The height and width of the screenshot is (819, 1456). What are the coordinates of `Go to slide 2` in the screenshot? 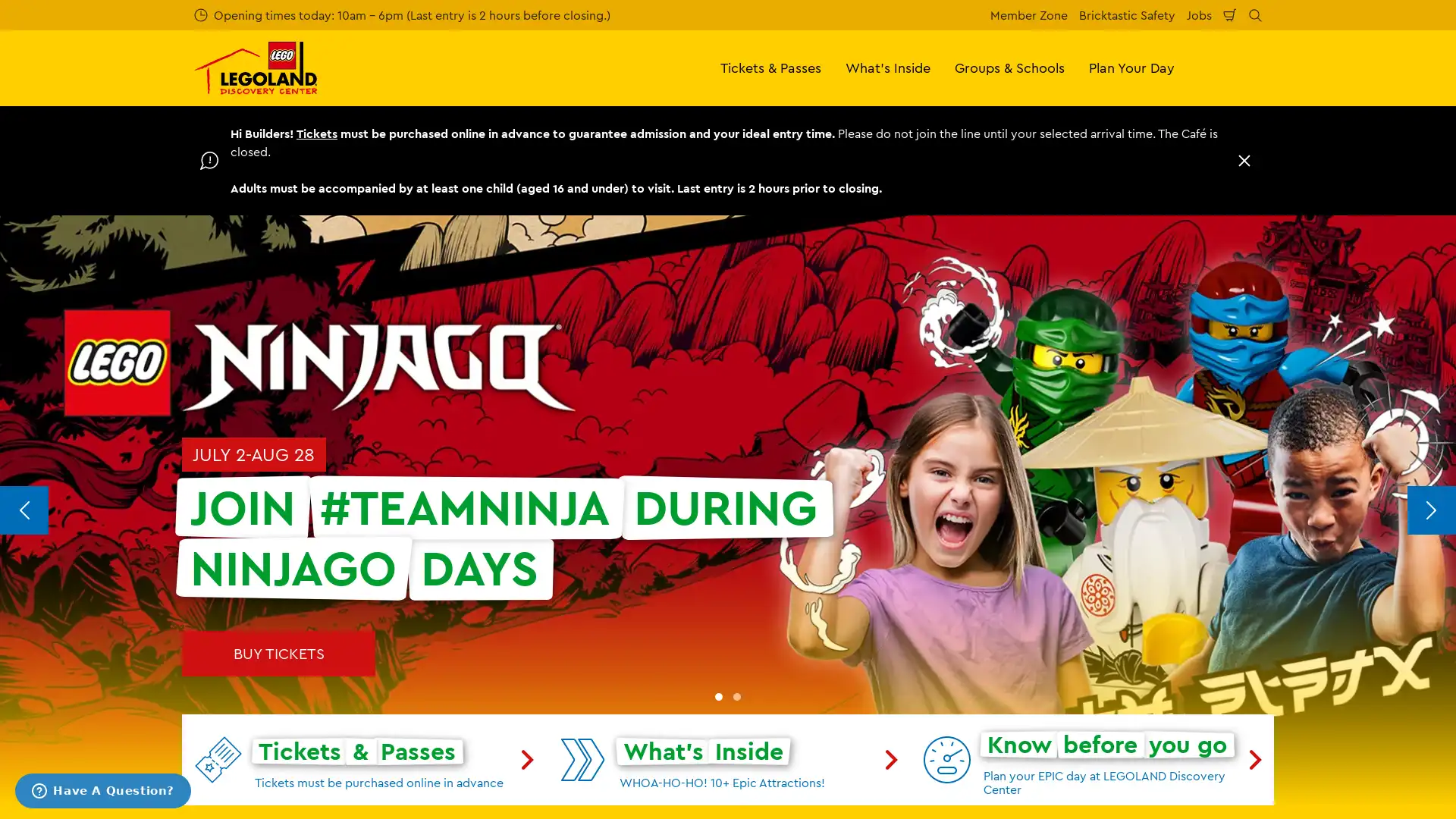 It's located at (736, 696).